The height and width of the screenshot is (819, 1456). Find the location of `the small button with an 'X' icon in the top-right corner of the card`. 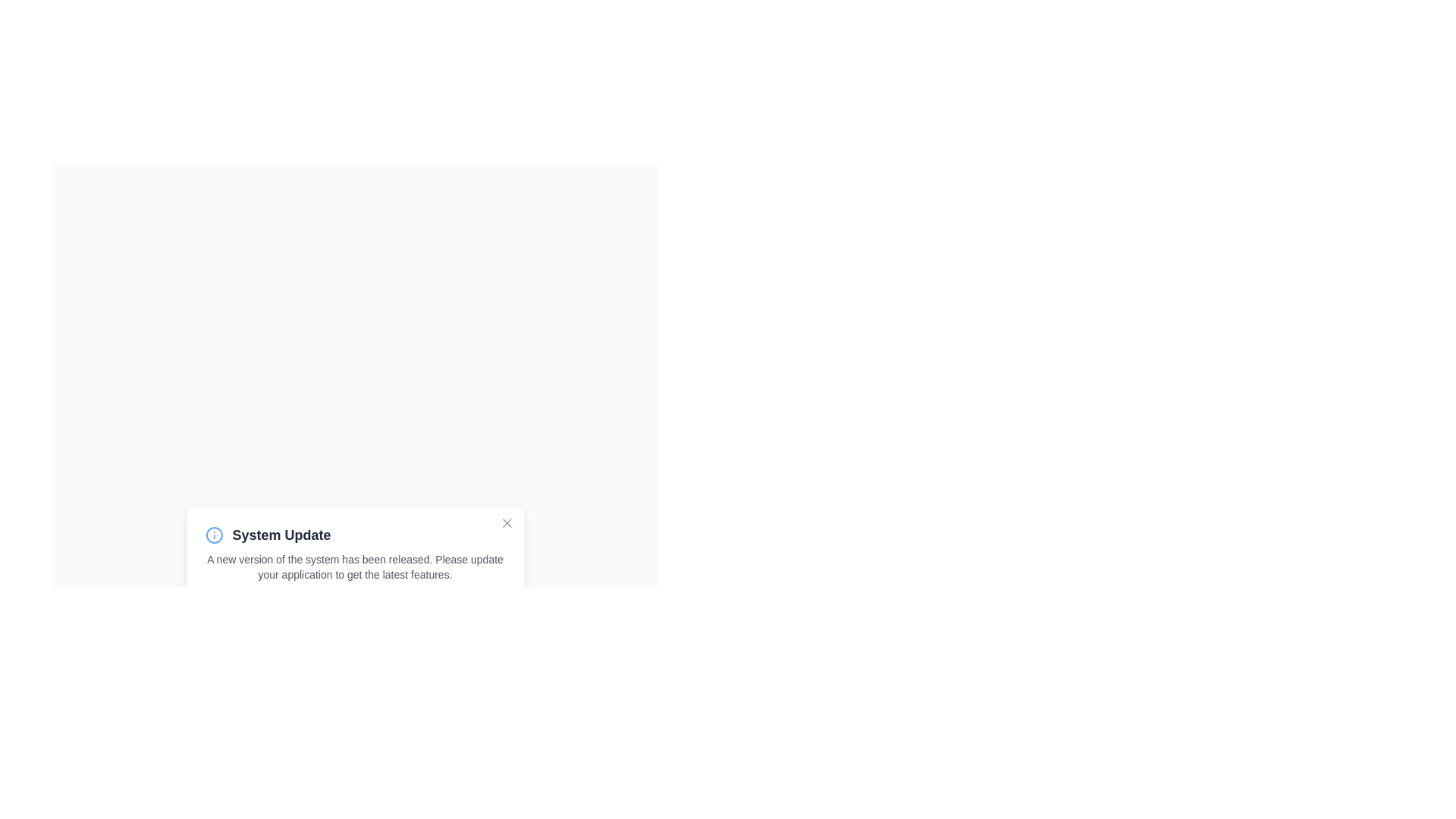

the small button with an 'X' icon in the top-right corner of the card is located at coordinates (507, 525).